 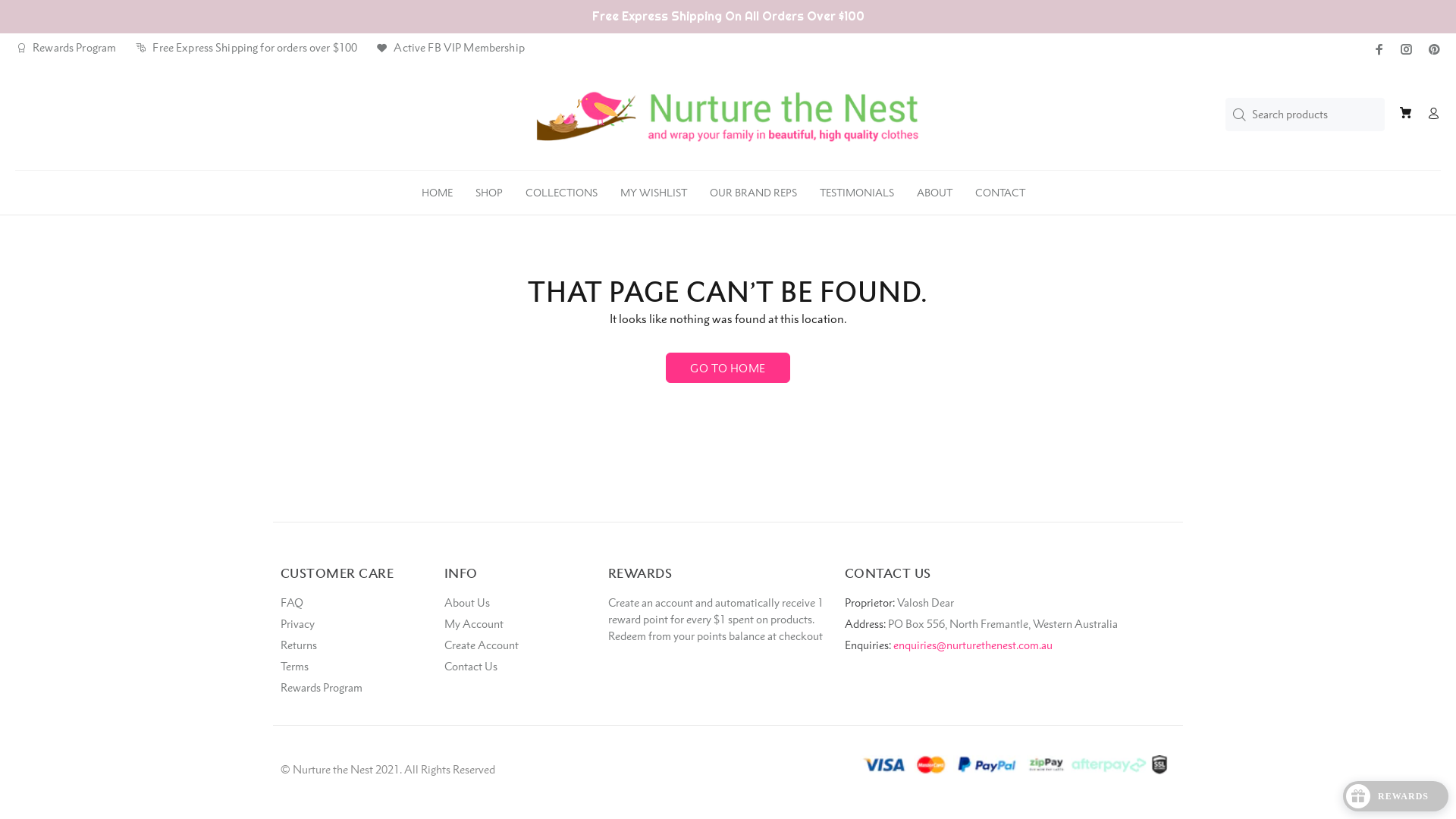 What do you see at coordinates (856, 188) in the screenshot?
I see `'TESTIMONIALS'` at bounding box center [856, 188].